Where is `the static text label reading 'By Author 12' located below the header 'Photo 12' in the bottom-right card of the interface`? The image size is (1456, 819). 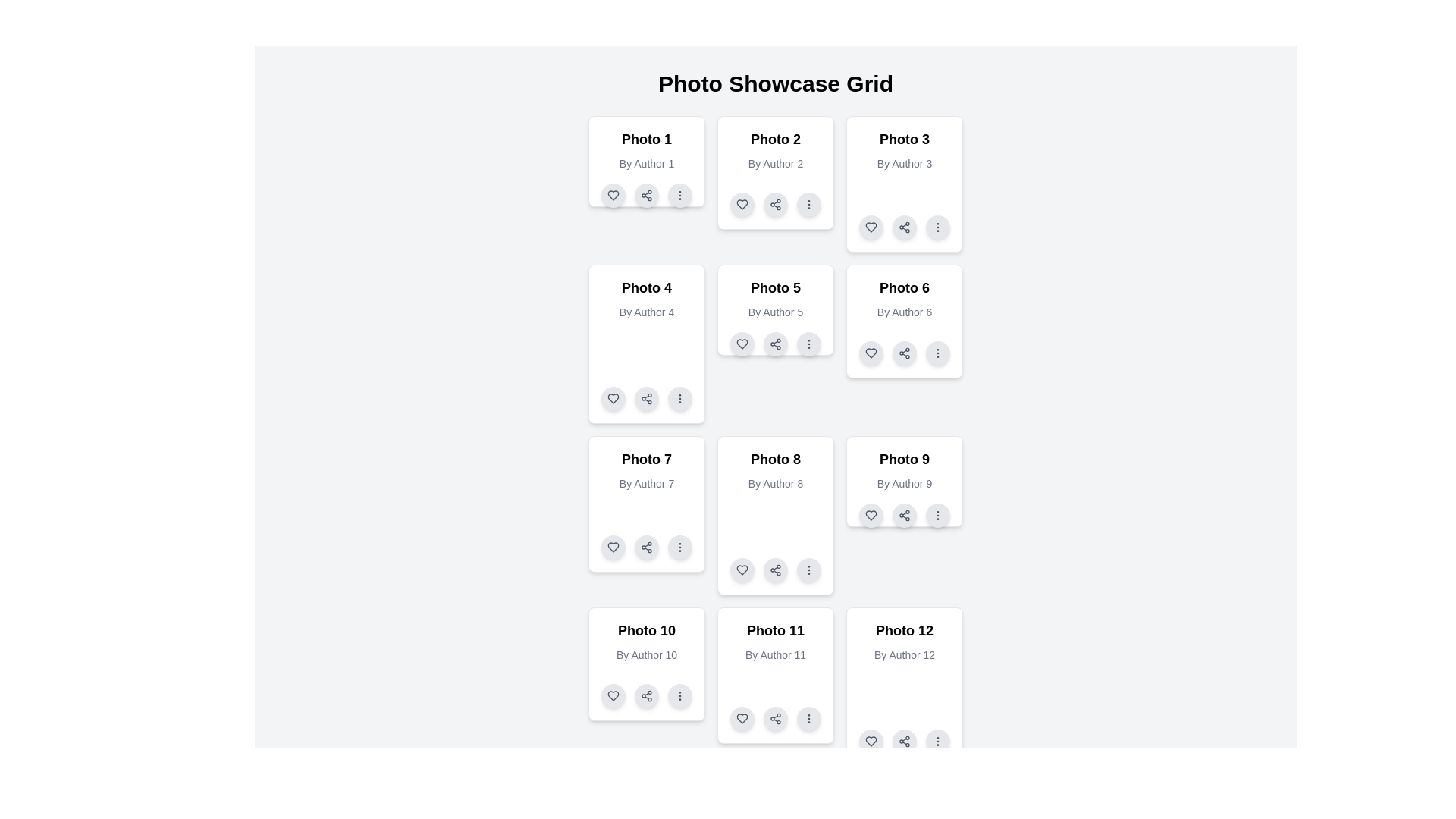 the static text label reading 'By Author 12' located below the header 'Photo 12' in the bottom-right card of the interface is located at coordinates (905, 654).